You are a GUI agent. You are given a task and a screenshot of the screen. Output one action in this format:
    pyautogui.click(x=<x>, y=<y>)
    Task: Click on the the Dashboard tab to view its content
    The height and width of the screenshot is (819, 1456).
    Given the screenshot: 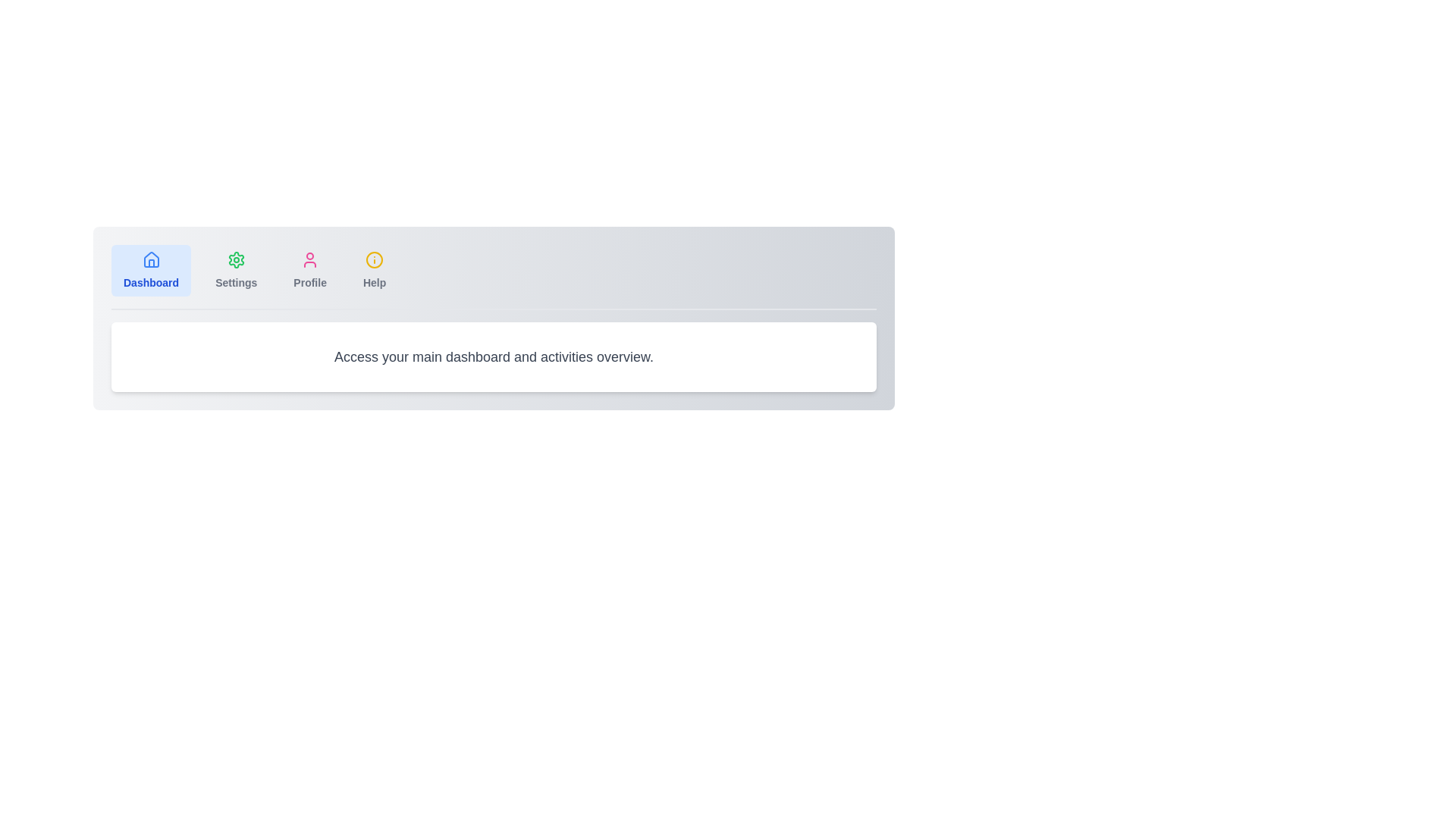 What is the action you would take?
    pyautogui.click(x=151, y=270)
    